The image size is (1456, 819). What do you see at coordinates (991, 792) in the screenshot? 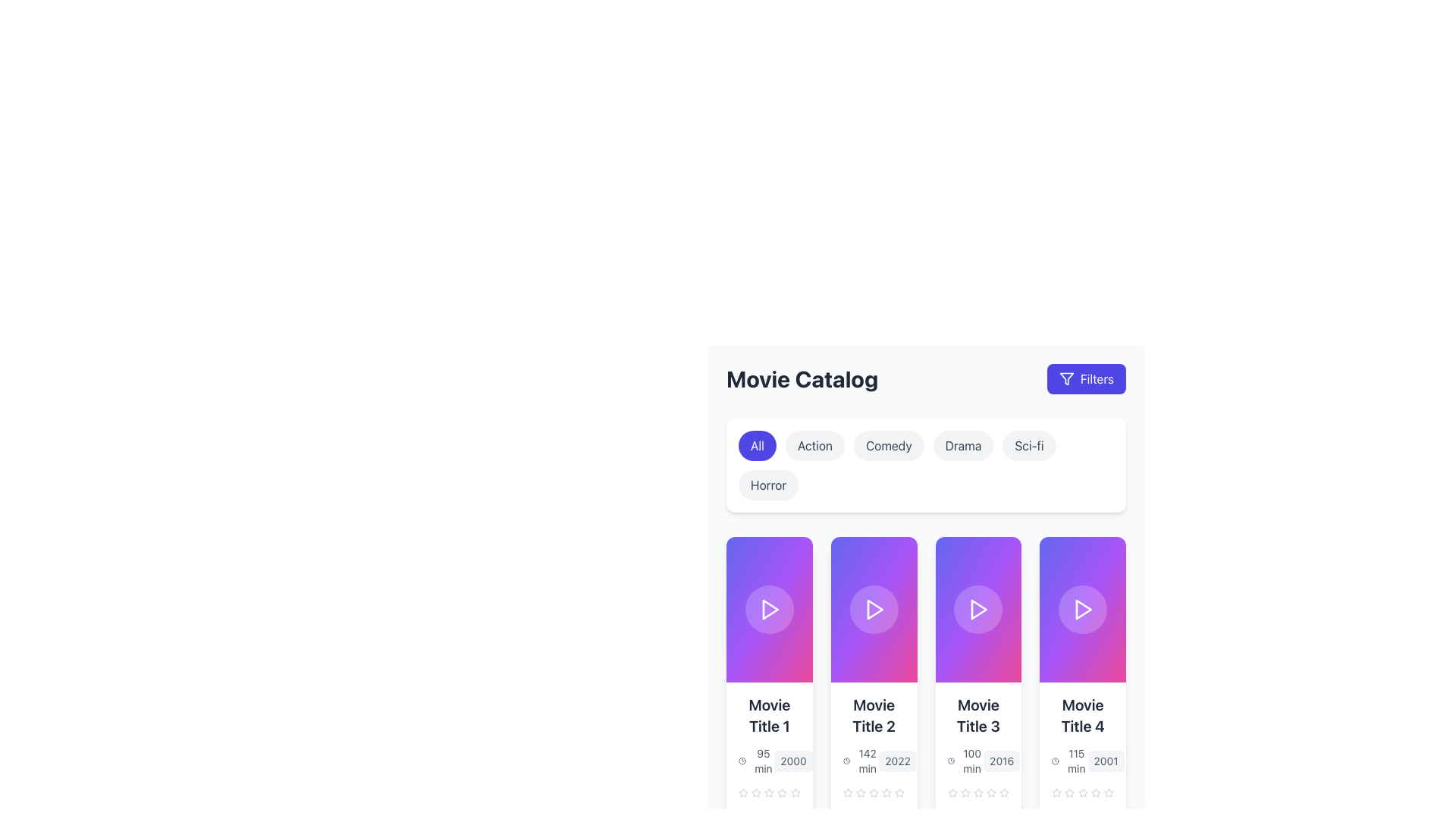
I see `the fifth star in the rating system for 'Movie Title 3'` at bounding box center [991, 792].